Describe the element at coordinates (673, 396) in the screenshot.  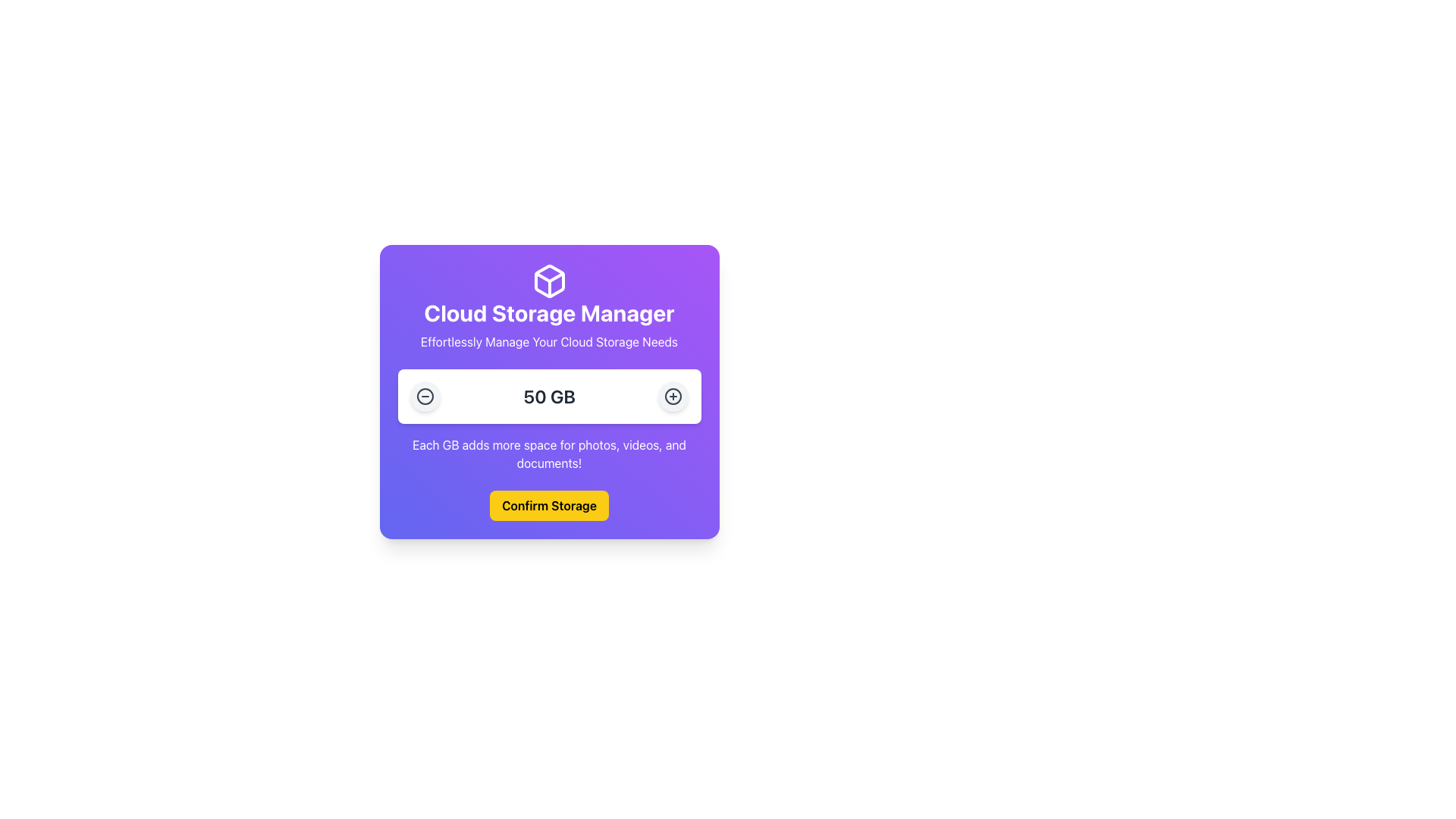
I see `the circular icon button with a plus sign, located to the right of the '50 GB' text, within a rounded button-like component at the bottom right of the input area` at that location.